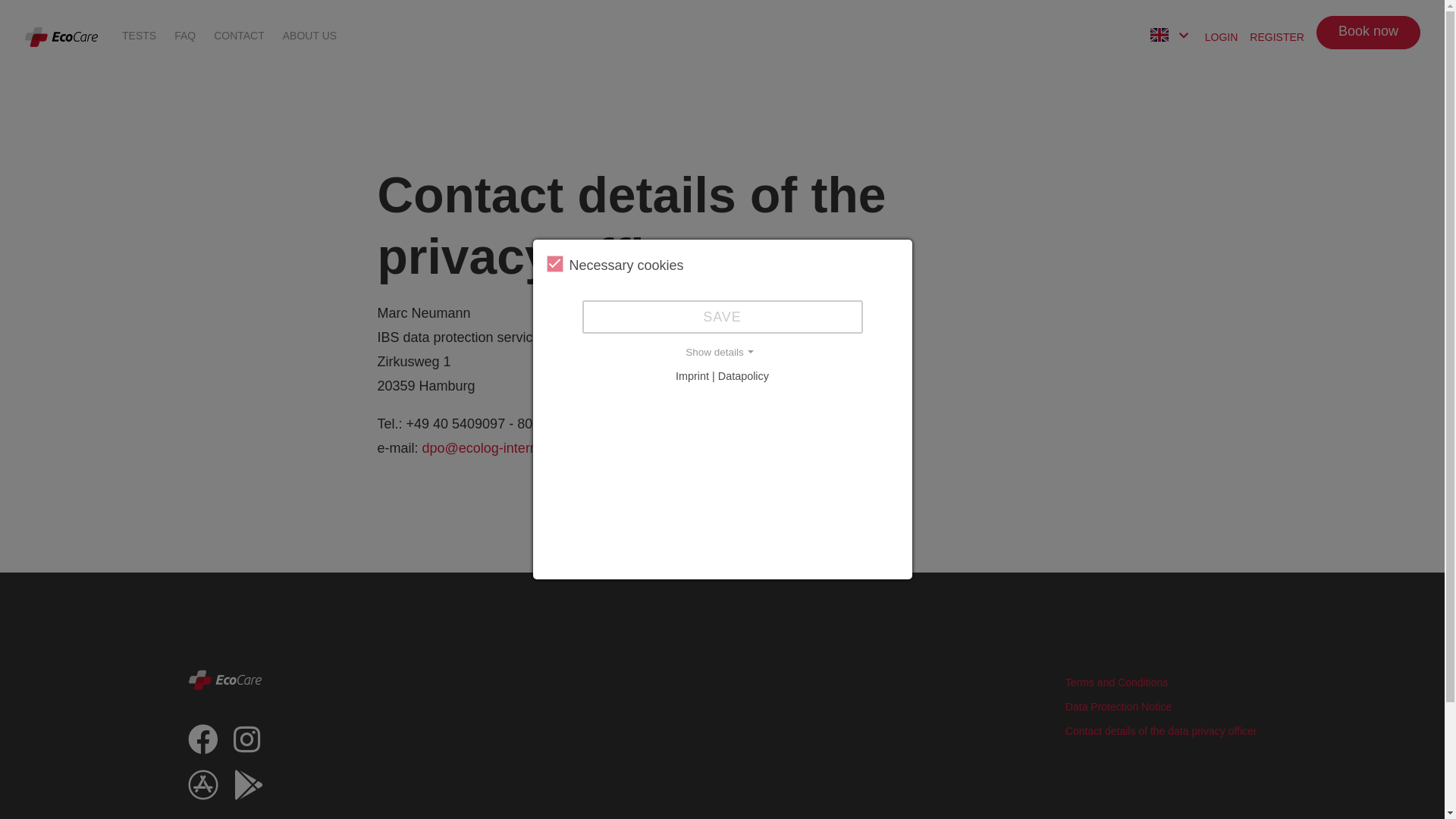 This screenshot has height=819, width=1456. Describe the element at coordinates (1222, 35) in the screenshot. I see `'LOGIN'` at that location.